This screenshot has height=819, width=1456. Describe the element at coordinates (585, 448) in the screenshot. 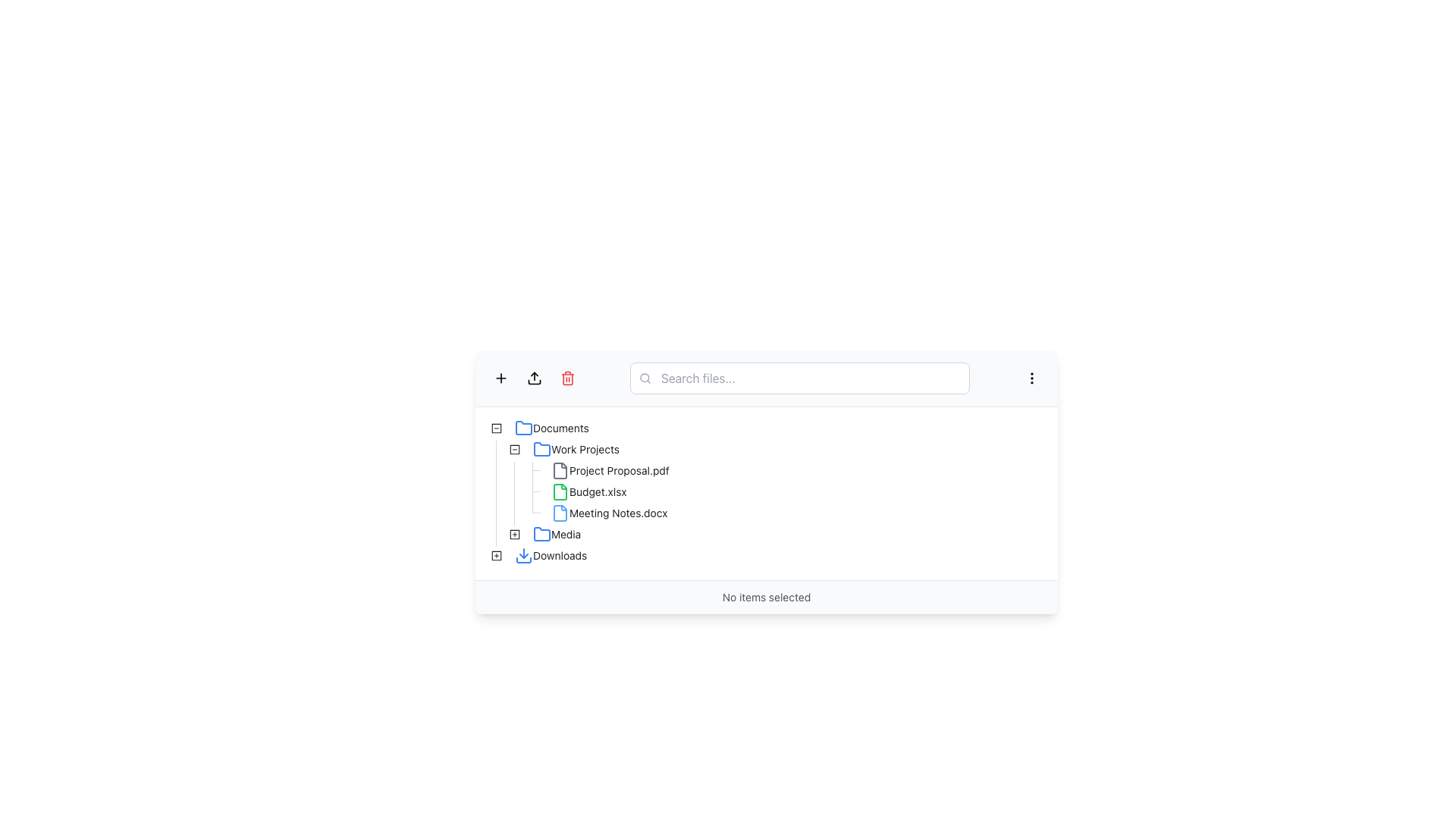

I see `the 'Work Projects' text label in the folder tree structure` at that location.